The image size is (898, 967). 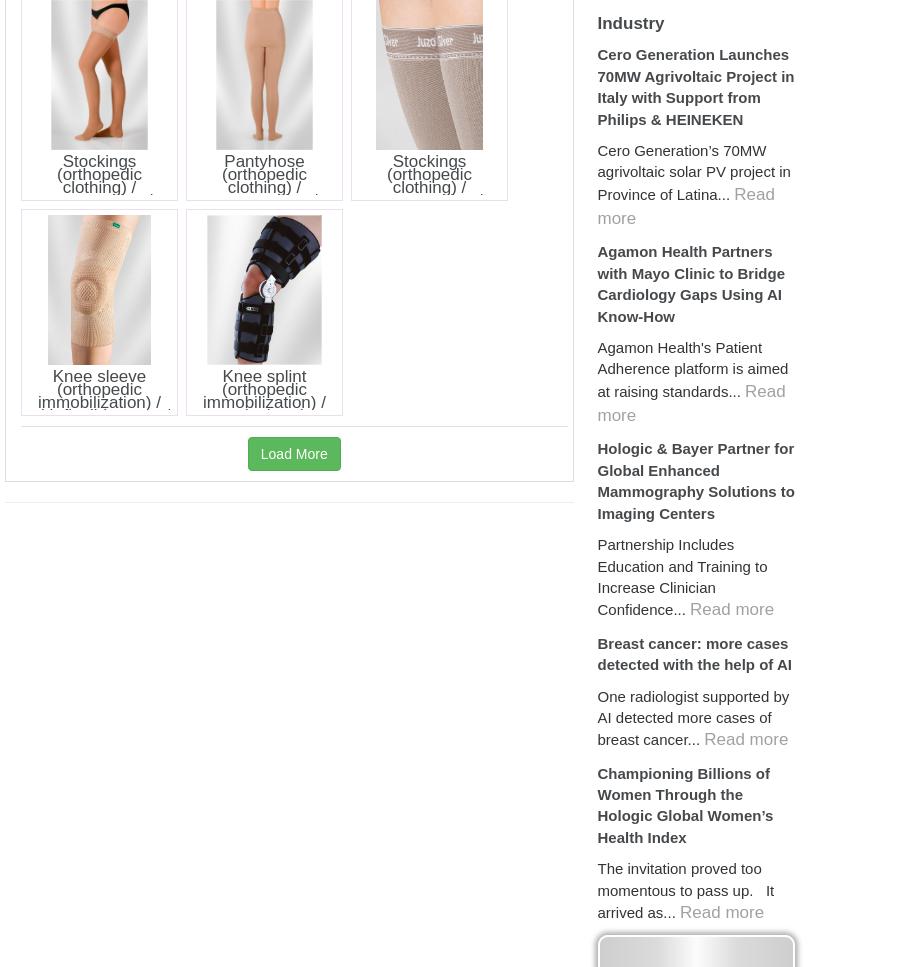 What do you see at coordinates (692, 716) in the screenshot?
I see `'One radiologist supported by AI detected more cases of breast cancer...'` at bounding box center [692, 716].